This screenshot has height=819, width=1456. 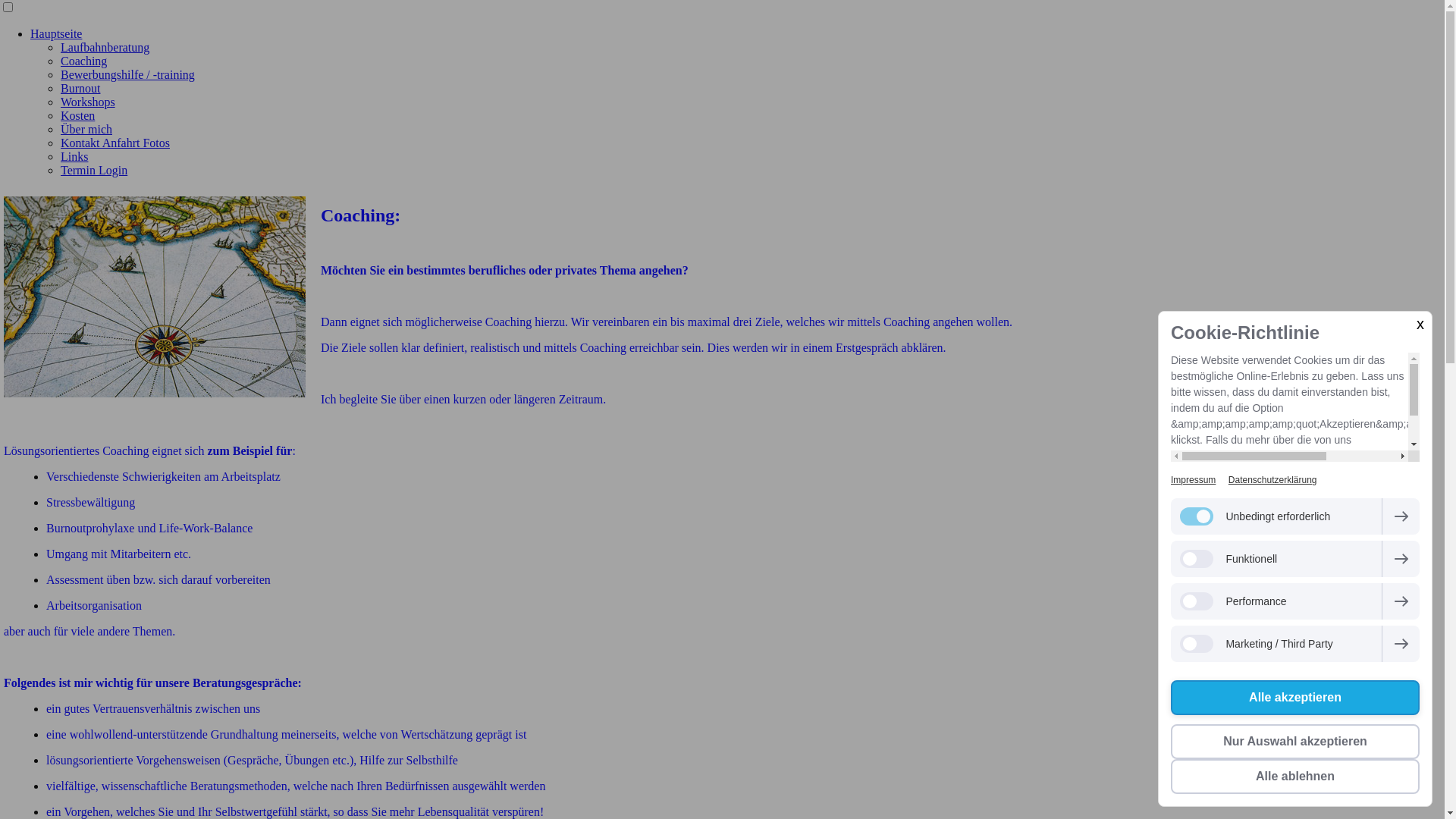 What do you see at coordinates (77, 115) in the screenshot?
I see `'Kosten'` at bounding box center [77, 115].